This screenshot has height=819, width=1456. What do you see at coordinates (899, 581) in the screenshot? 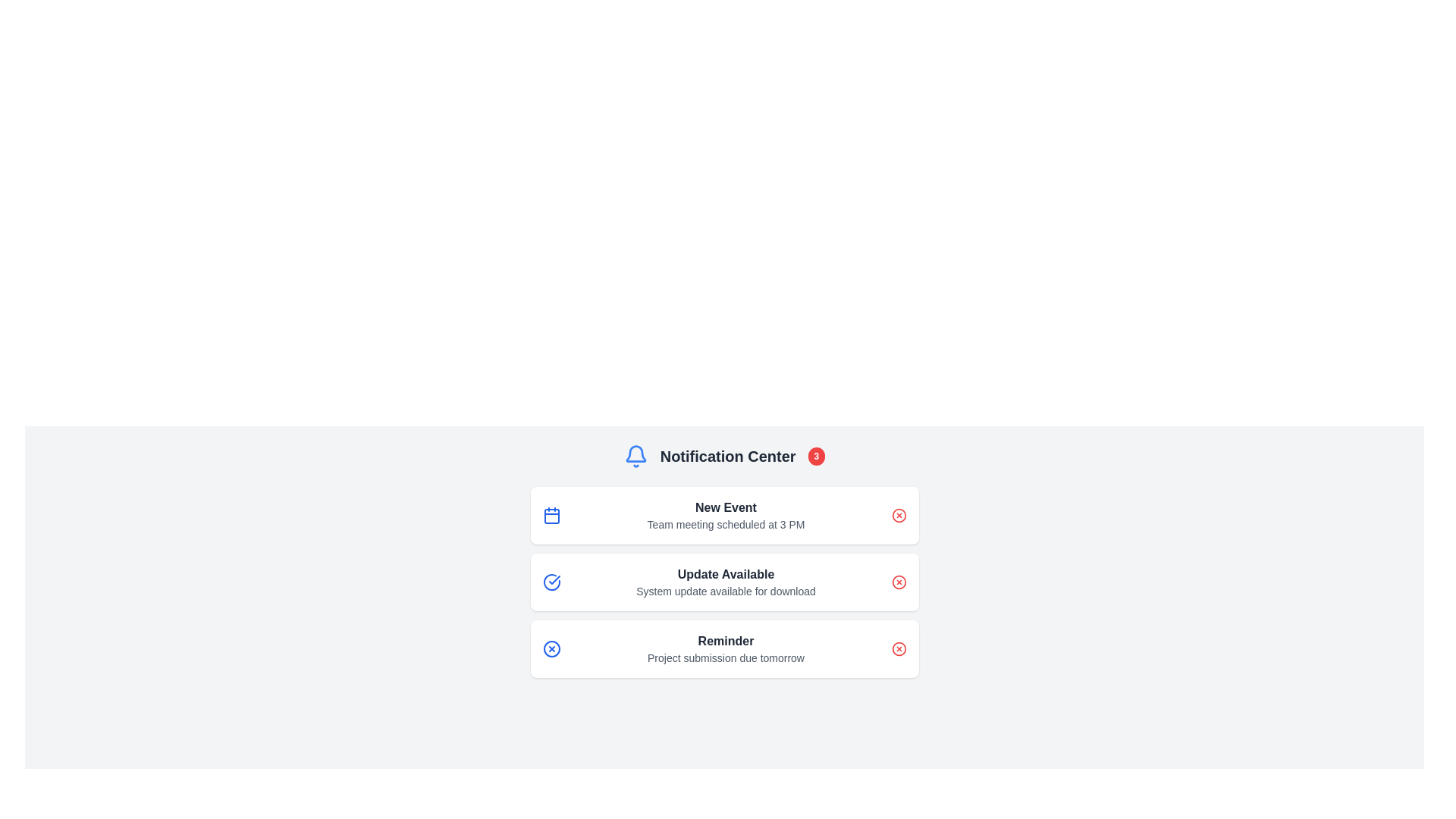
I see `the close button located in the top-right corner of the 'Update Available' notification card` at bounding box center [899, 581].